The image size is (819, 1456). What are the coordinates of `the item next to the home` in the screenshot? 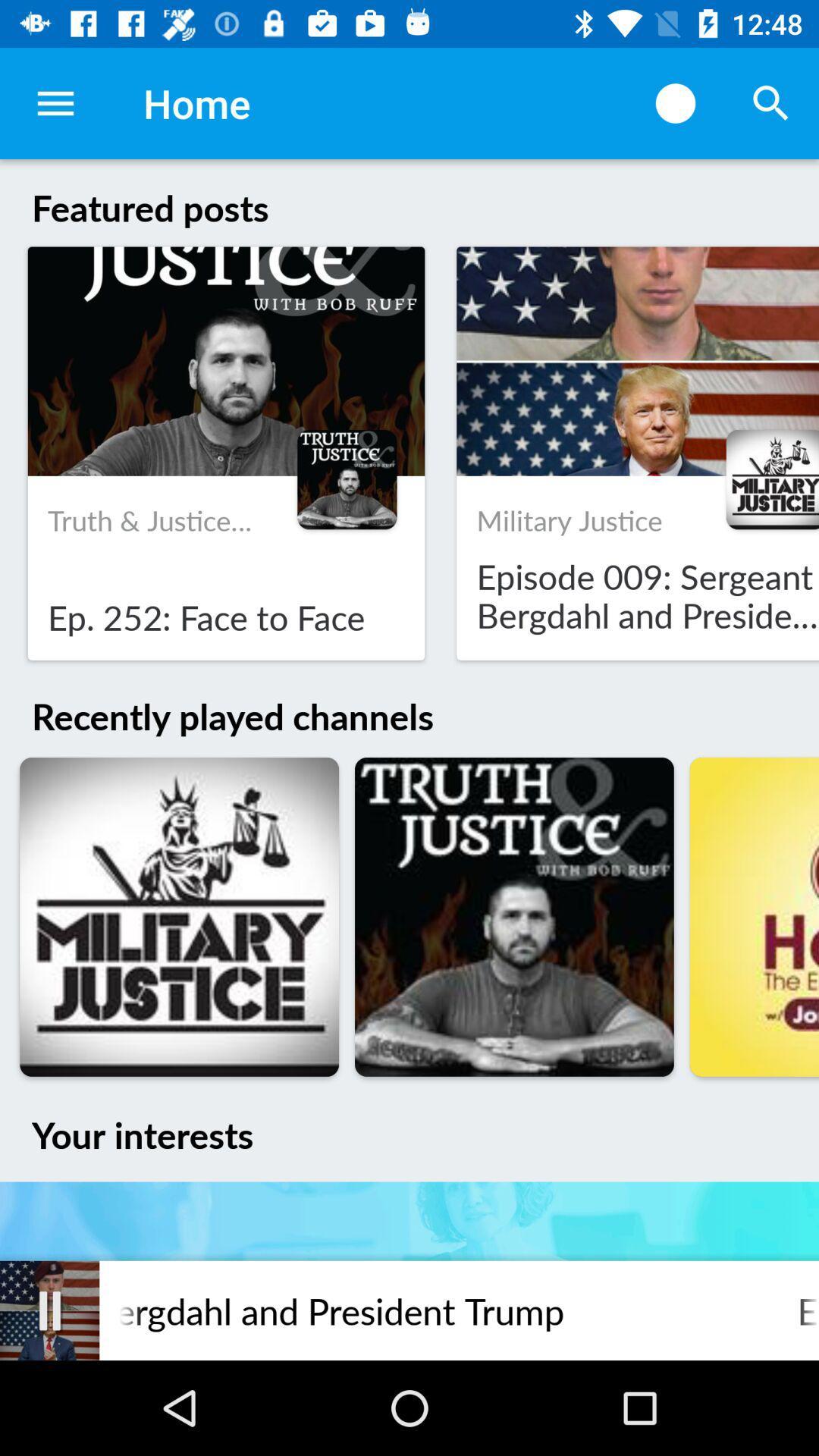 It's located at (55, 102).